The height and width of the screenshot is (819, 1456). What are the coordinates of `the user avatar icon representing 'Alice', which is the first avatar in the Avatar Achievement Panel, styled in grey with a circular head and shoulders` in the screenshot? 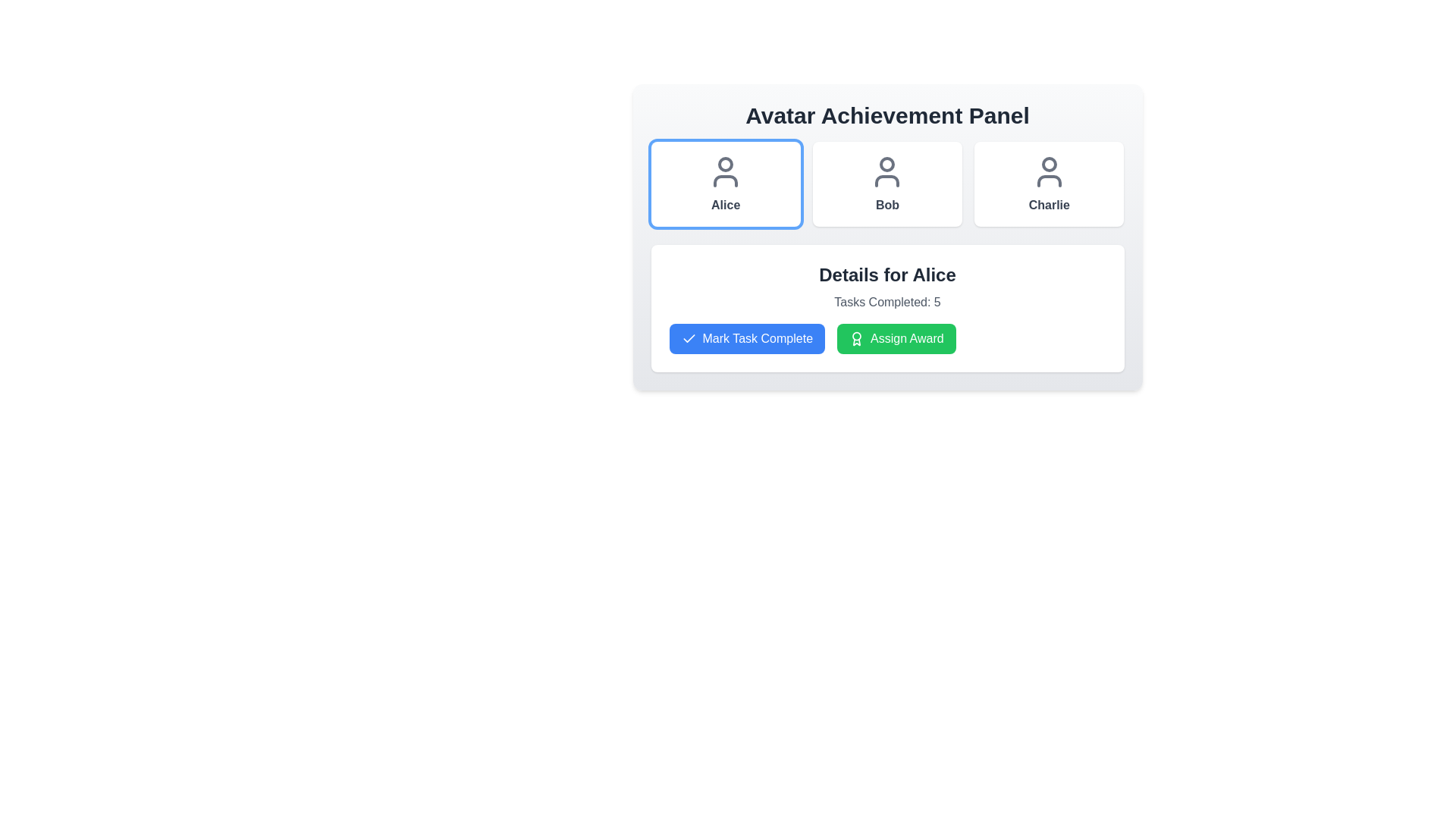 It's located at (725, 171).